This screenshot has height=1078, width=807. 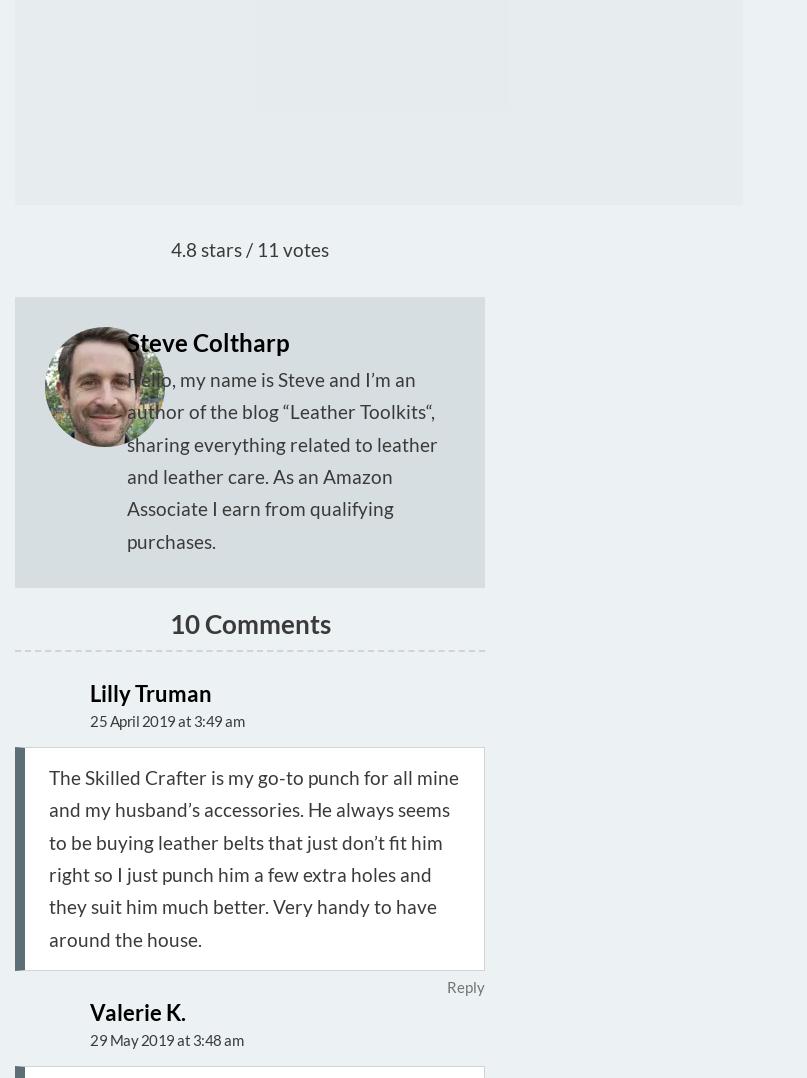 I want to click on 'votes', so click(x=302, y=248).